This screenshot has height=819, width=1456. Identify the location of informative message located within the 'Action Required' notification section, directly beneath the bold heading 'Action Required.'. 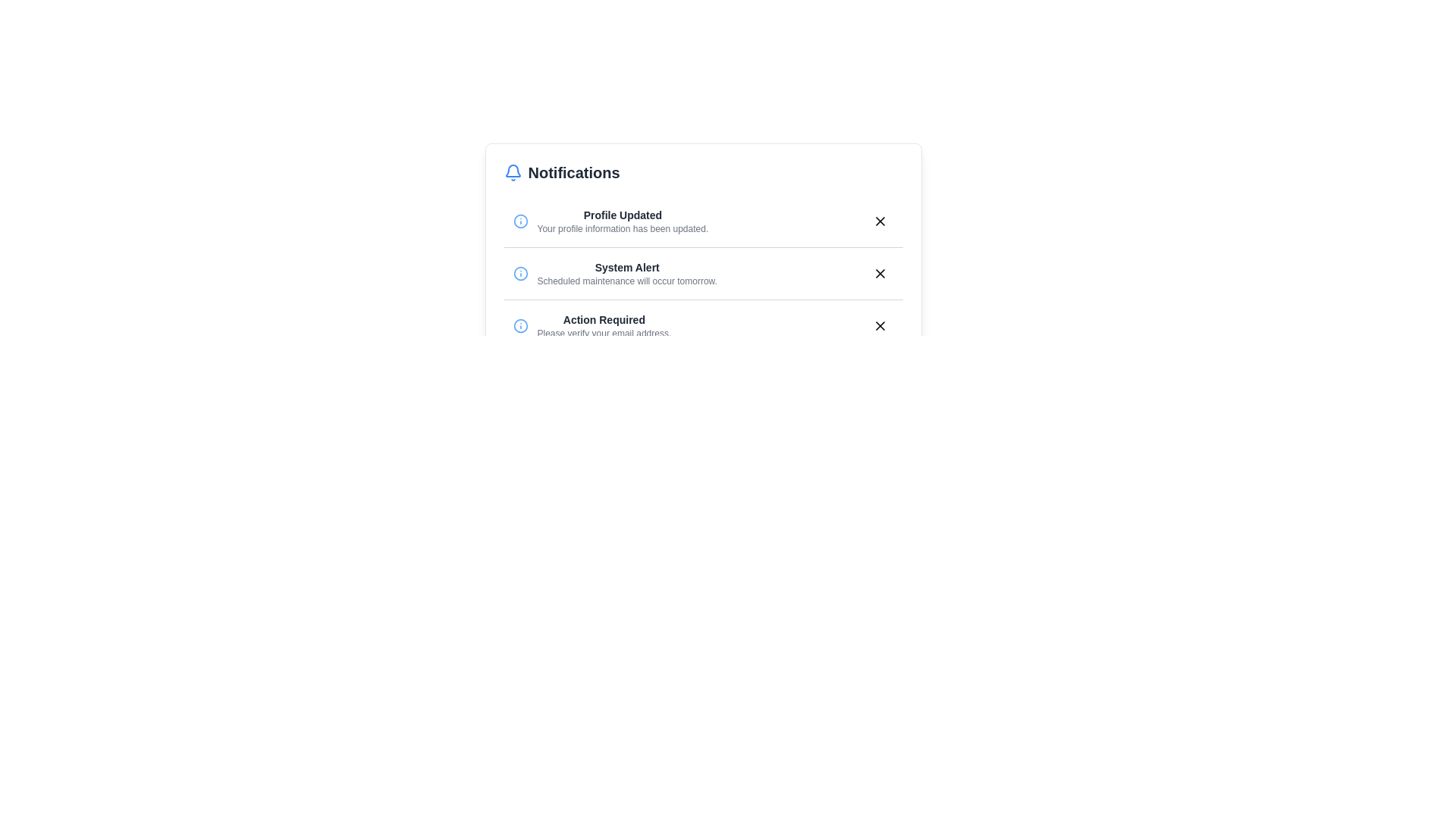
(603, 332).